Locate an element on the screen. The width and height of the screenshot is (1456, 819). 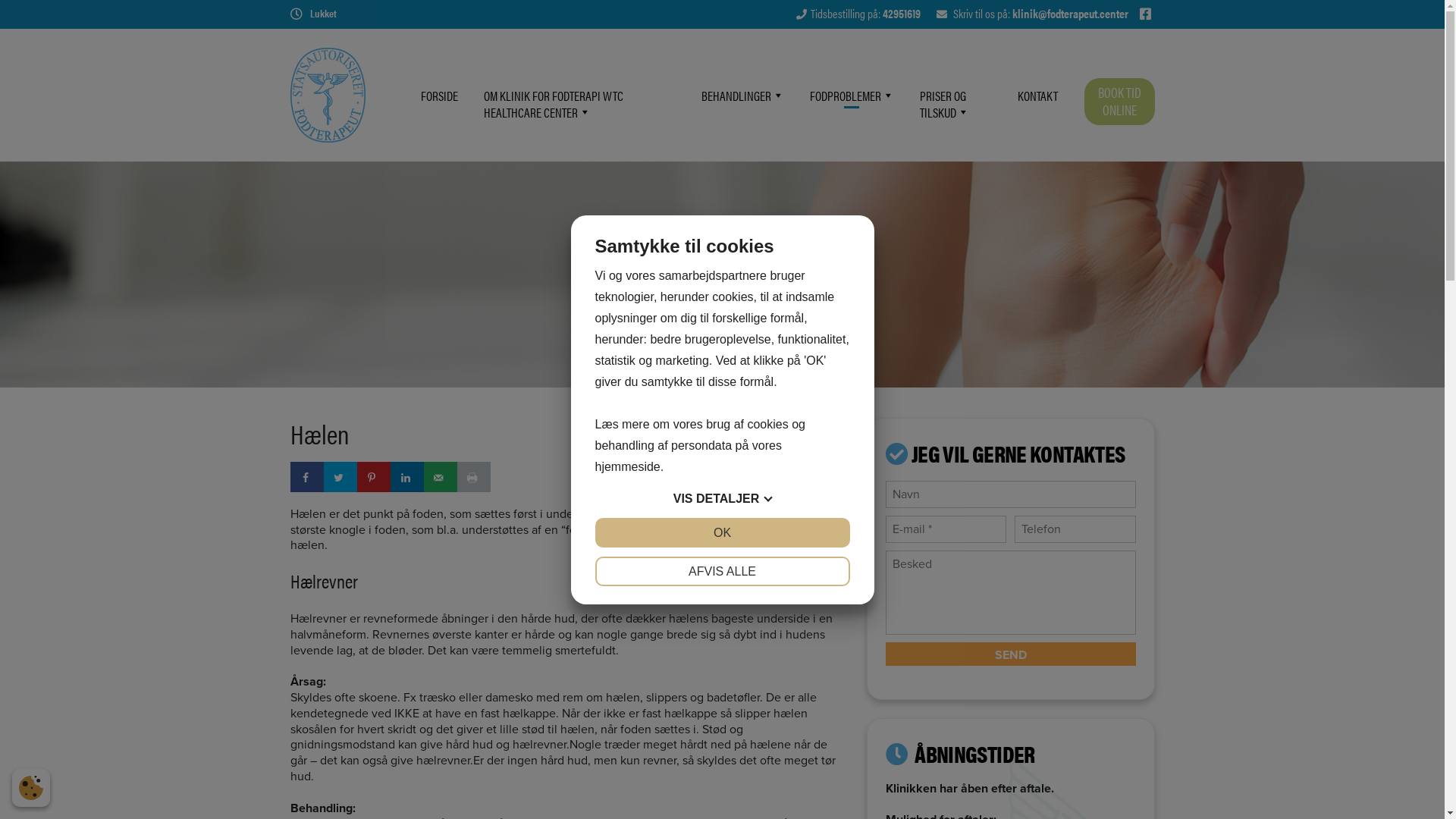
'FORSIDE' is located at coordinates (438, 96).